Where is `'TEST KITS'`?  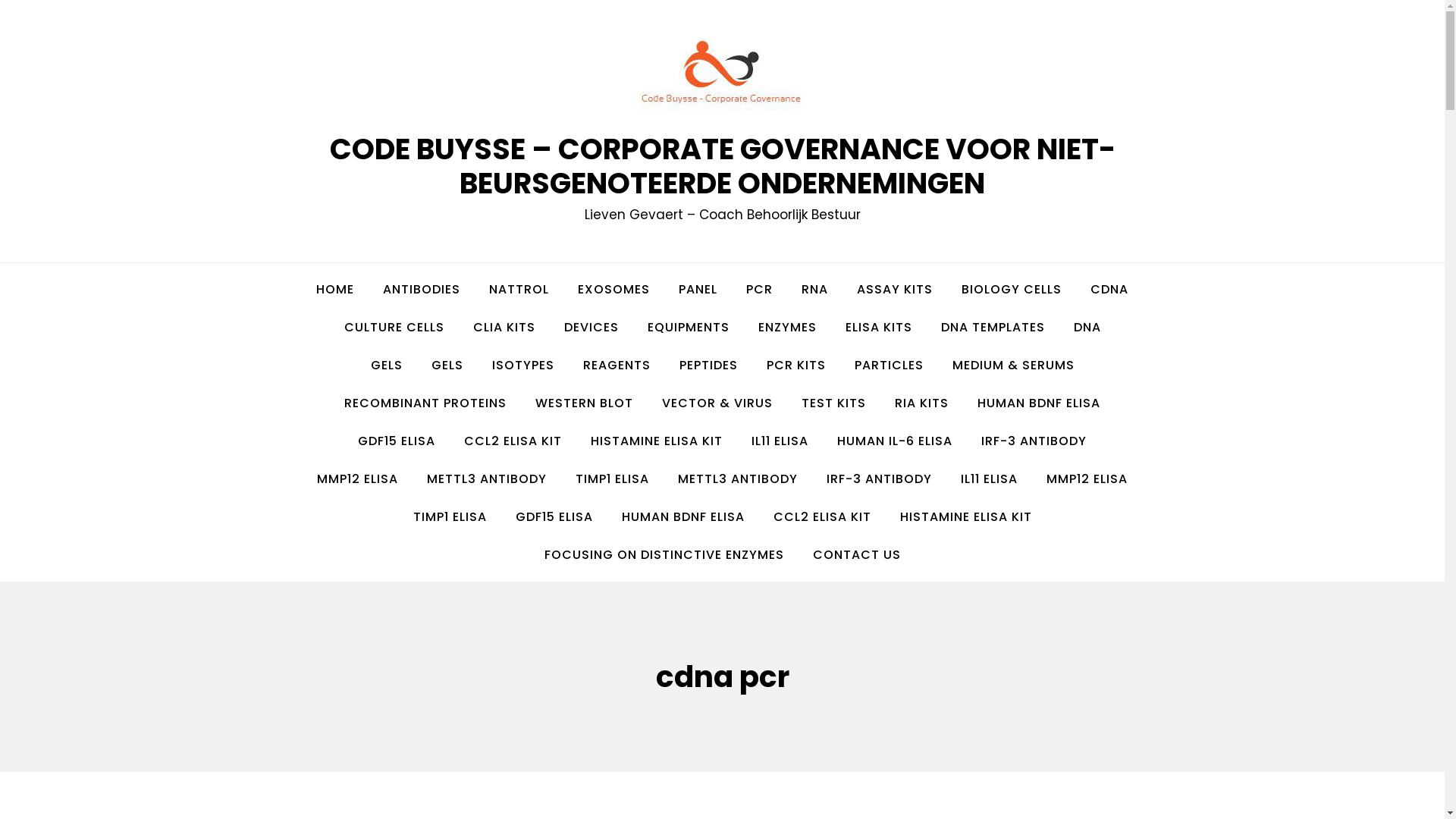
'TEST KITS' is located at coordinates (833, 403).